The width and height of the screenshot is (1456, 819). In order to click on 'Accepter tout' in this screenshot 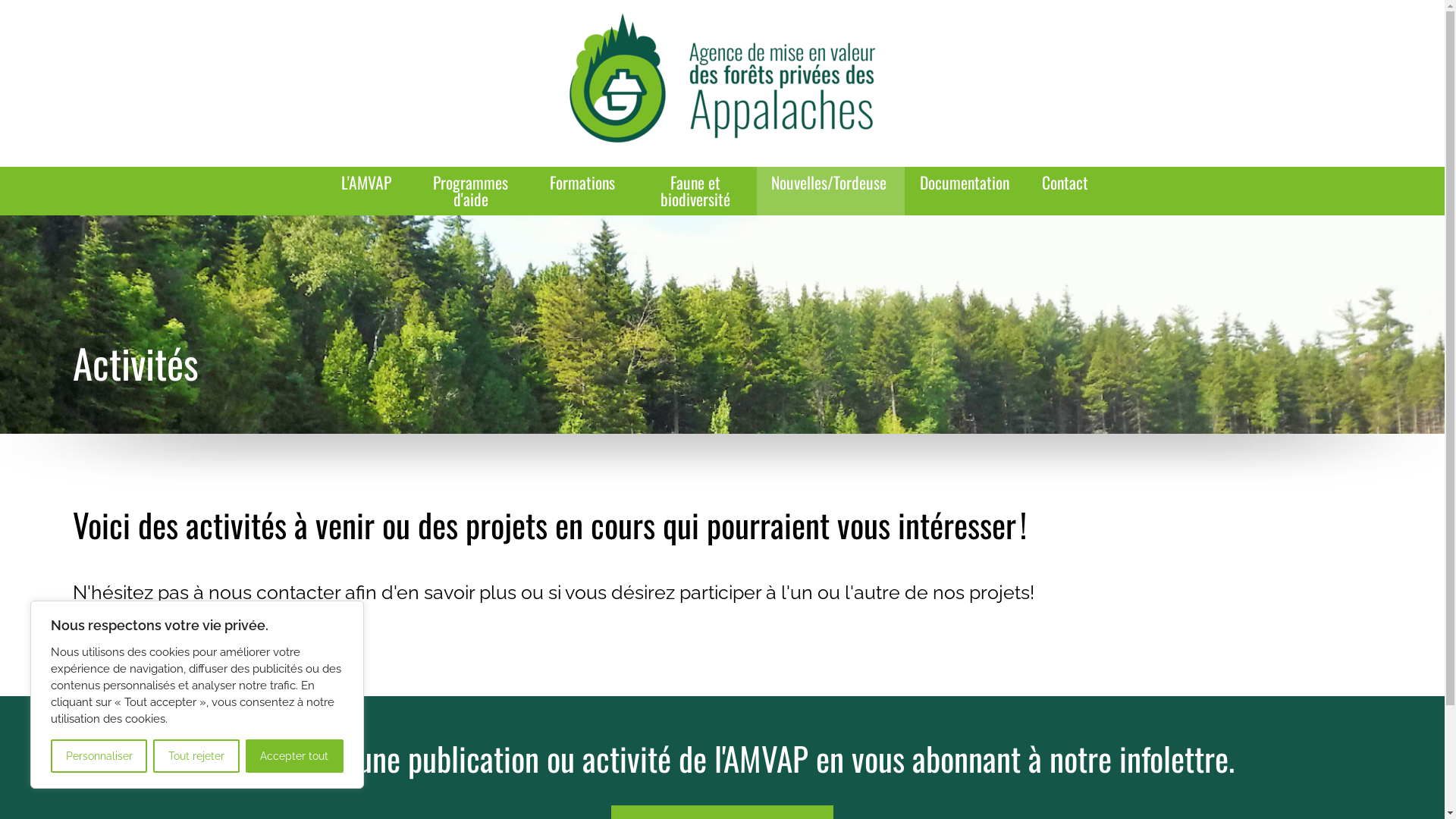, I will do `click(294, 755)`.